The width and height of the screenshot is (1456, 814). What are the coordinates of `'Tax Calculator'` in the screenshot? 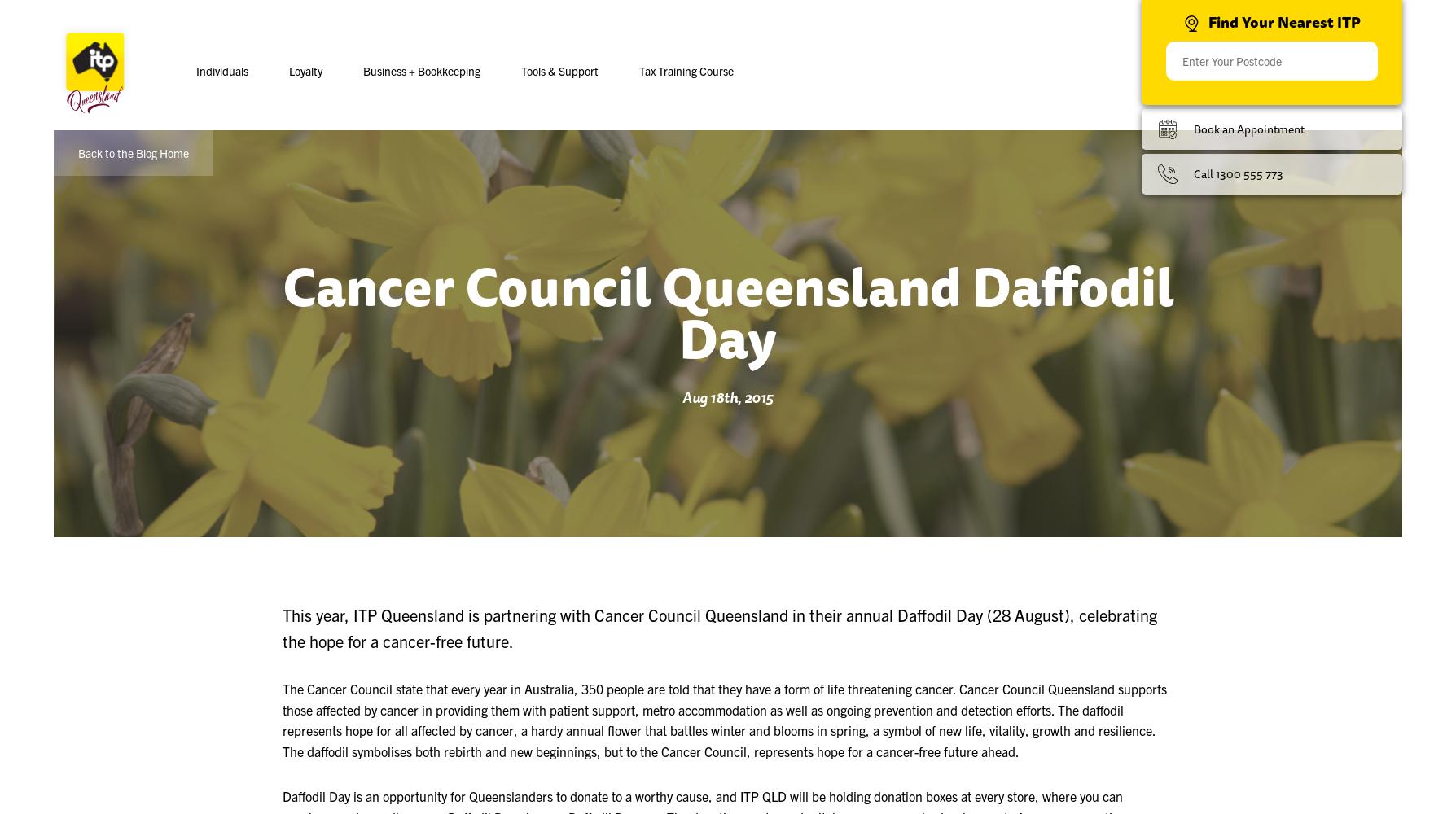 It's located at (502, 134).